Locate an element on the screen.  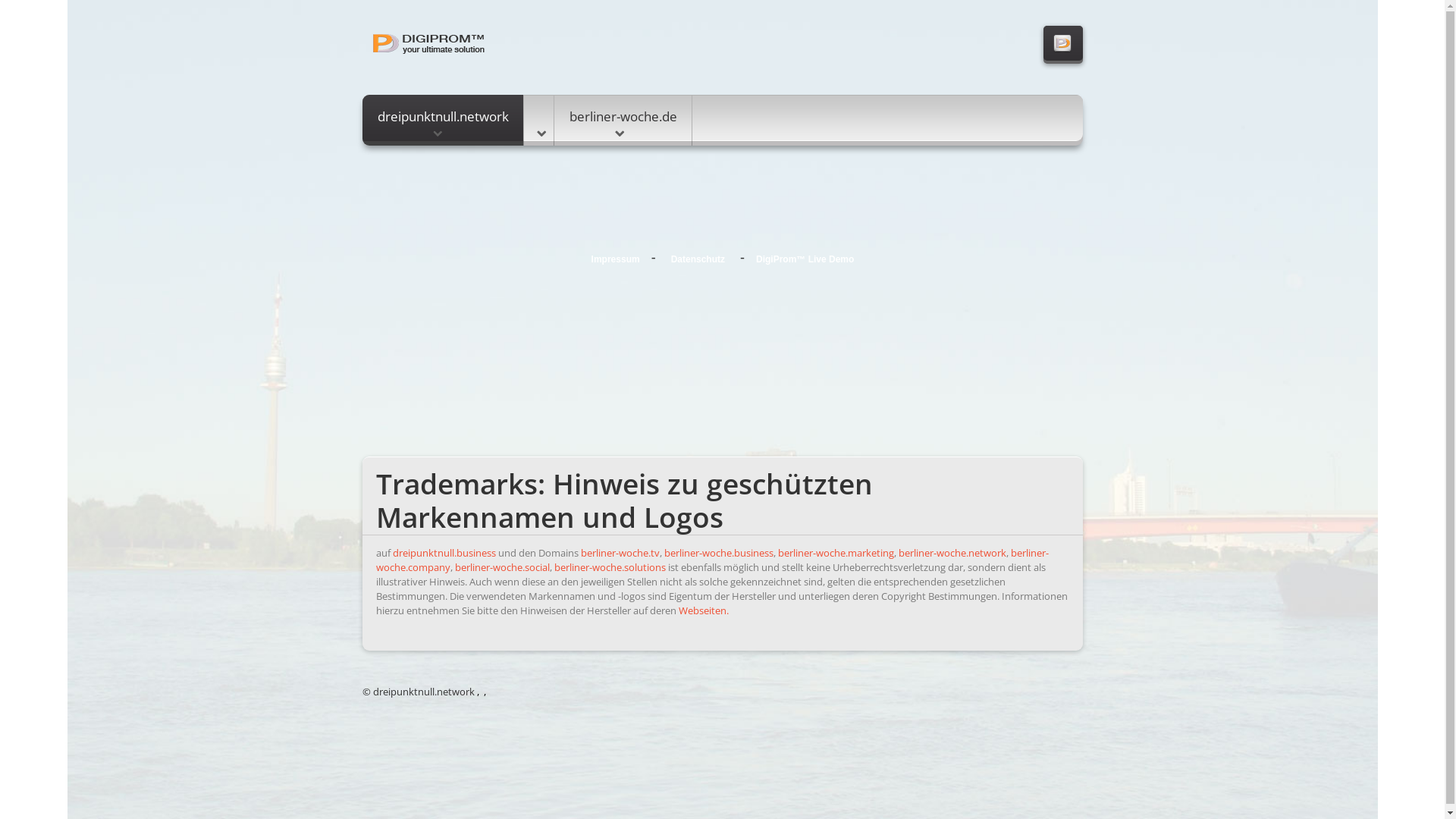
'berliner-woche.de' is located at coordinates (552, 119).